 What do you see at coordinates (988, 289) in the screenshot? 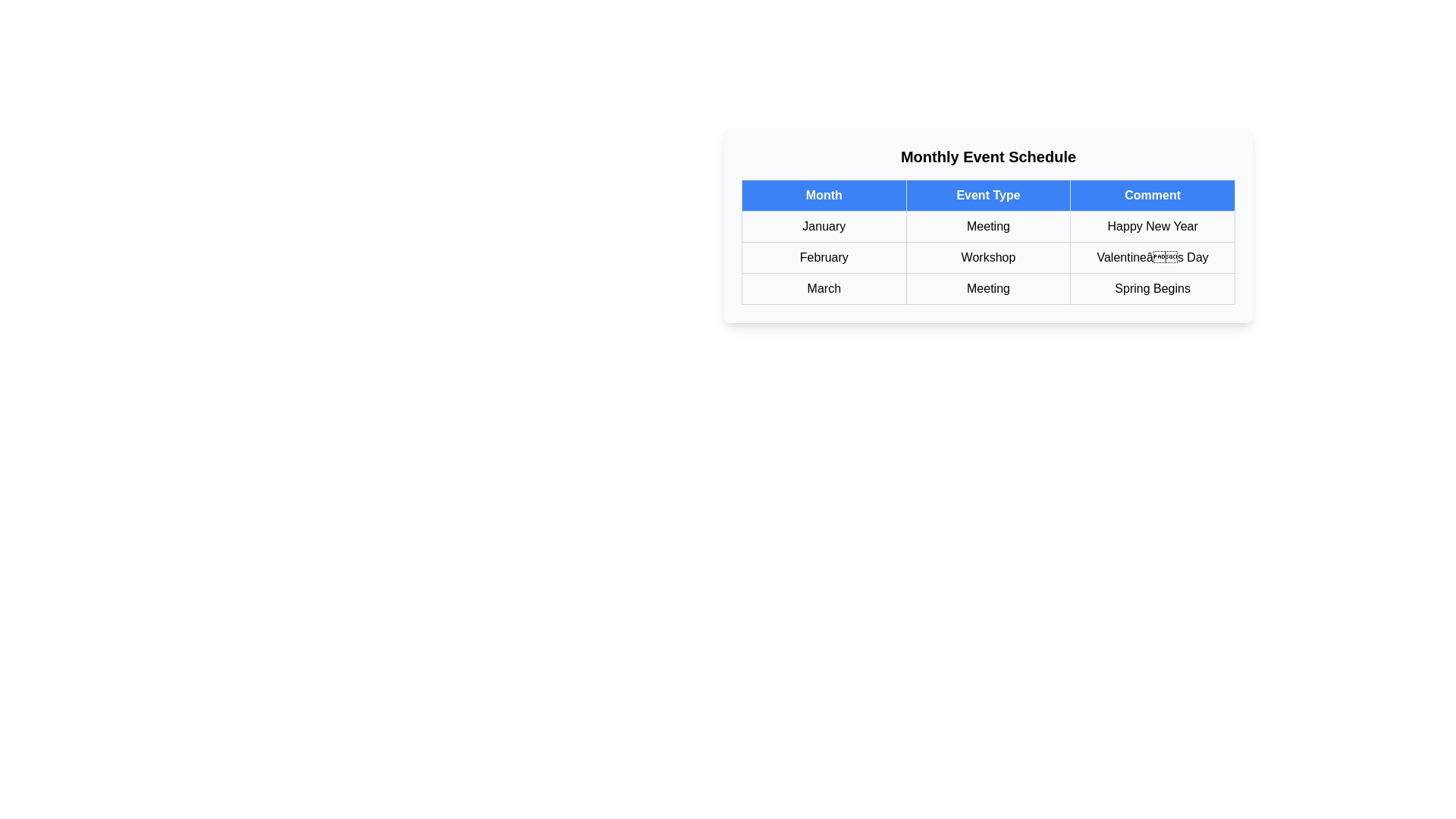
I see `the row corresponding to March` at bounding box center [988, 289].